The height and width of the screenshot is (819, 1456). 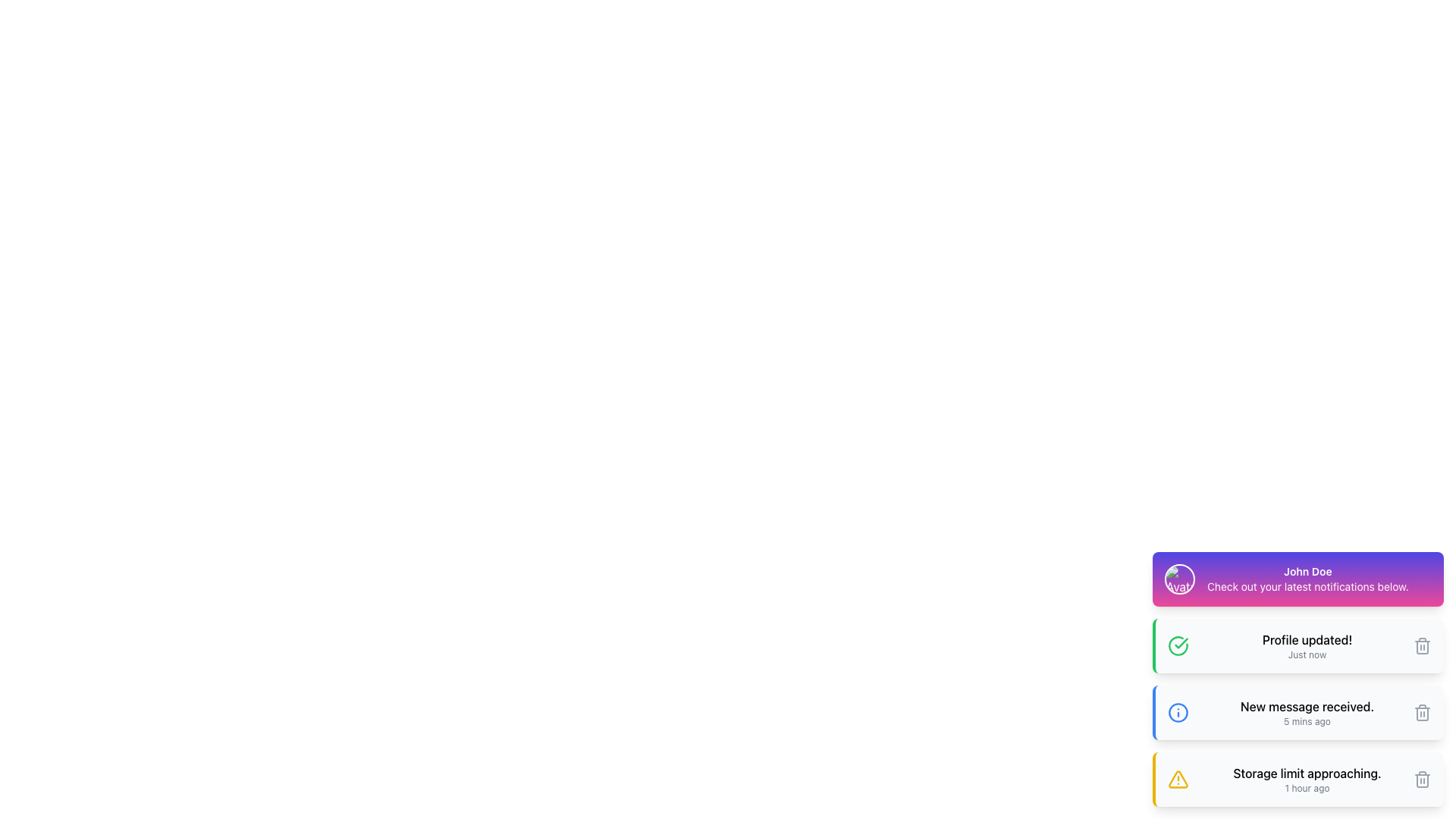 I want to click on the orange-yellow triangular warning icon located on the left side of the third notification card titled 'Storage limit approaching' in the notification list, so click(x=1178, y=779).